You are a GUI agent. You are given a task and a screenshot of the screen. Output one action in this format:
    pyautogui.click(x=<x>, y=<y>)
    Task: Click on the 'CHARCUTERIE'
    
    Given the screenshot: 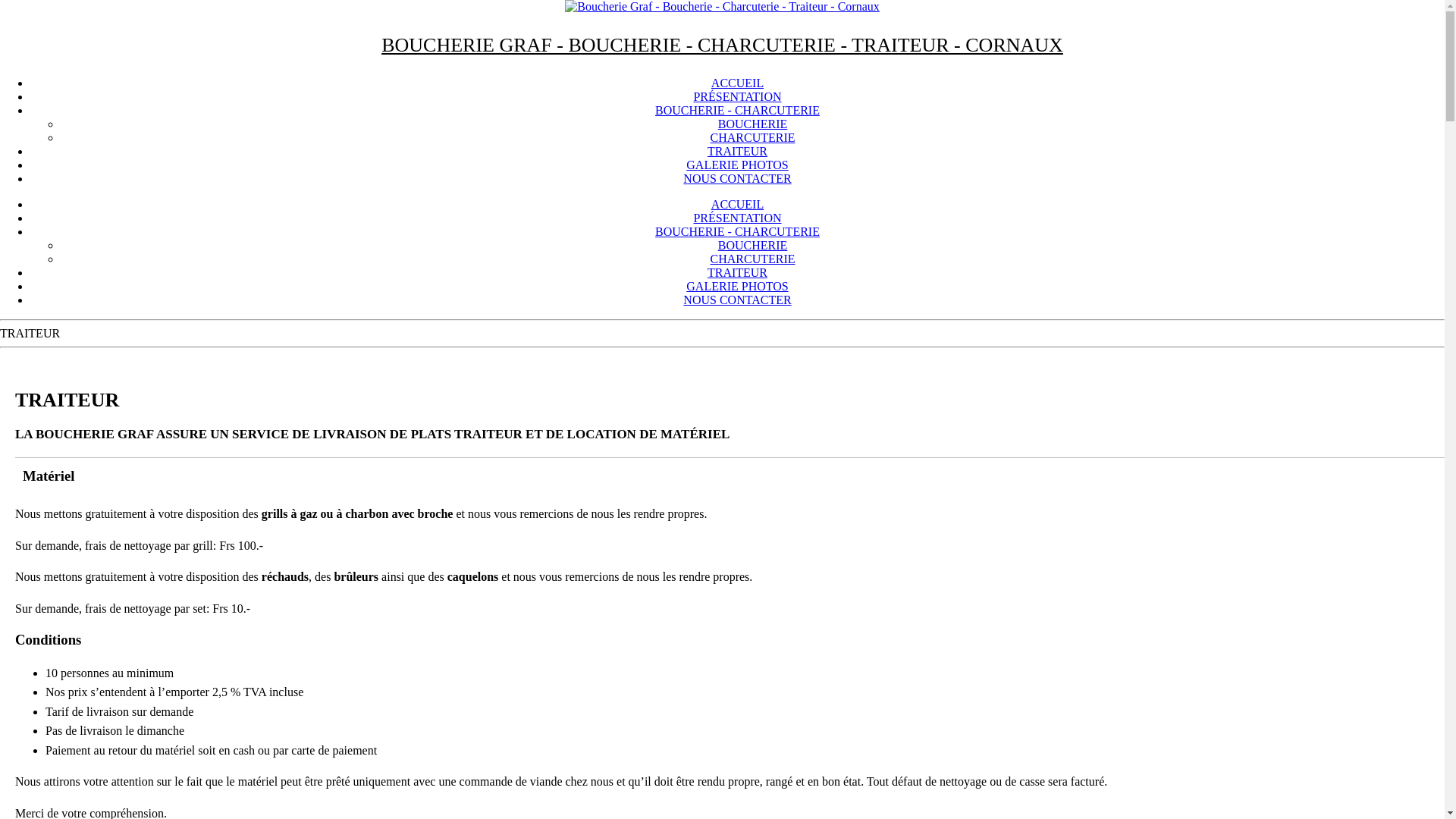 What is the action you would take?
    pyautogui.click(x=752, y=258)
    